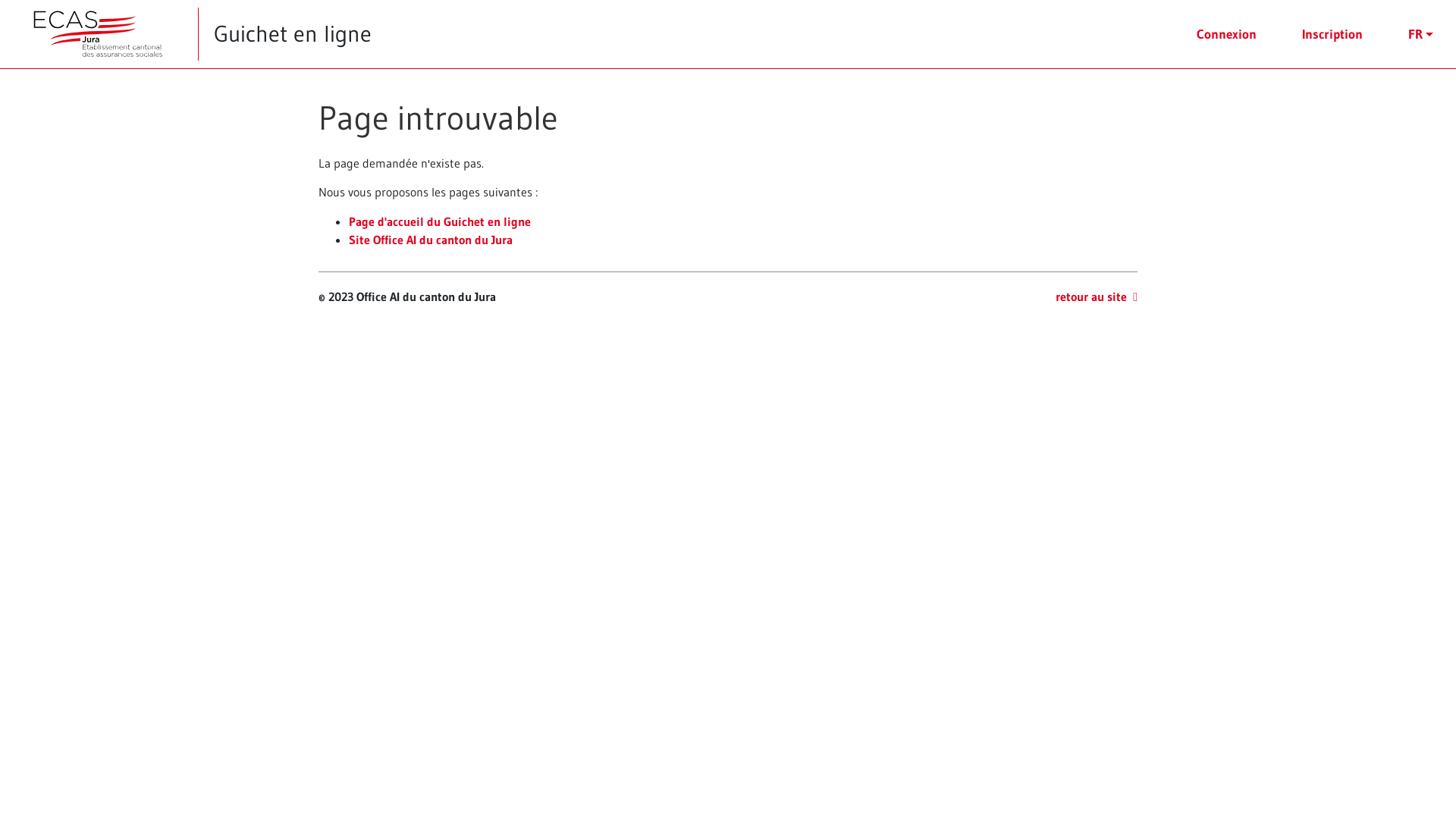  Describe the element at coordinates (1226, 34) in the screenshot. I see `'Connexion'` at that location.